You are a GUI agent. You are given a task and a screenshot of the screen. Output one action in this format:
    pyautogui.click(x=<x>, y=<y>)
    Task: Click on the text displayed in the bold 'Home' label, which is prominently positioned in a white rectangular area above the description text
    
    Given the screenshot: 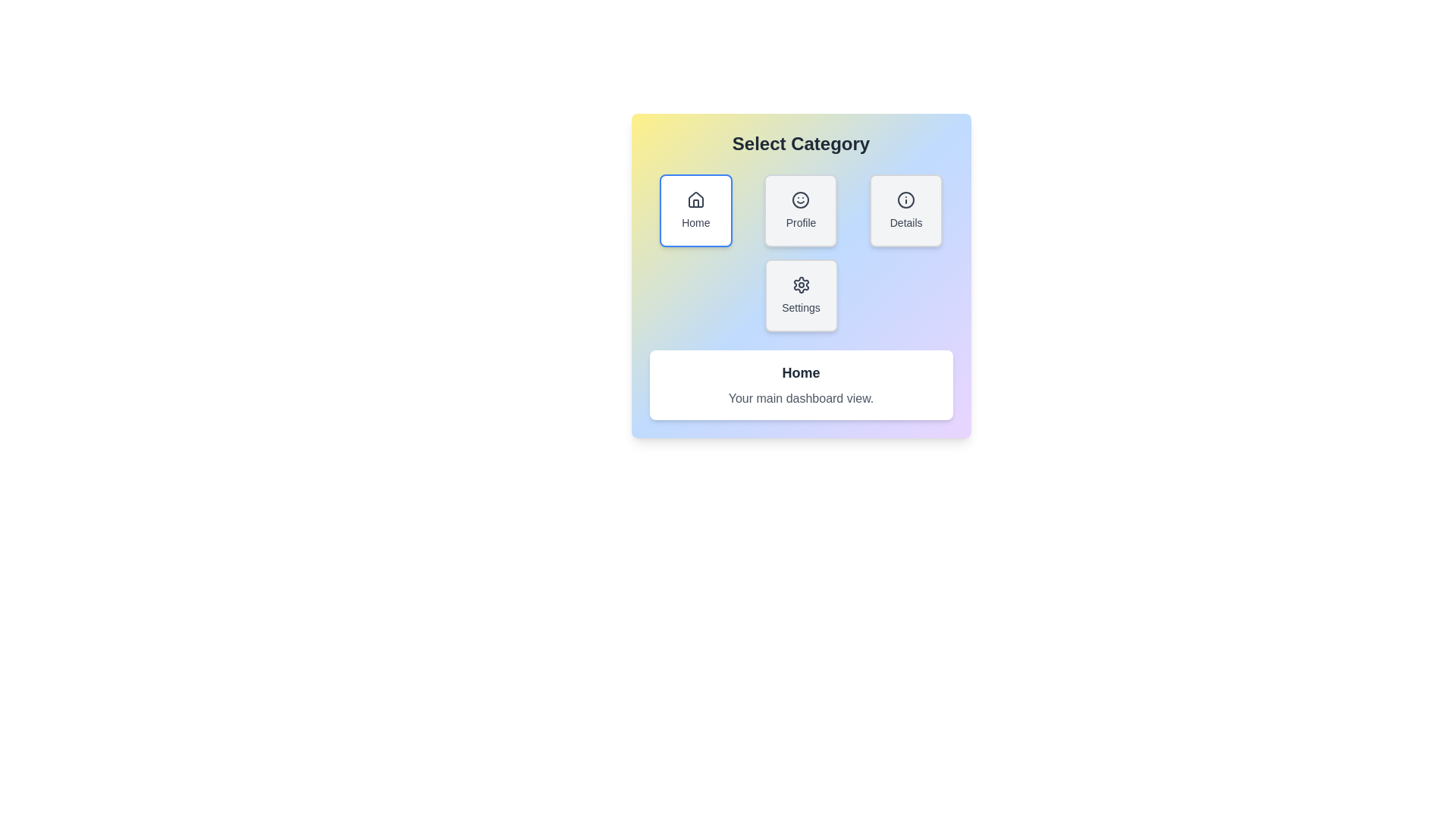 What is the action you would take?
    pyautogui.click(x=800, y=373)
    